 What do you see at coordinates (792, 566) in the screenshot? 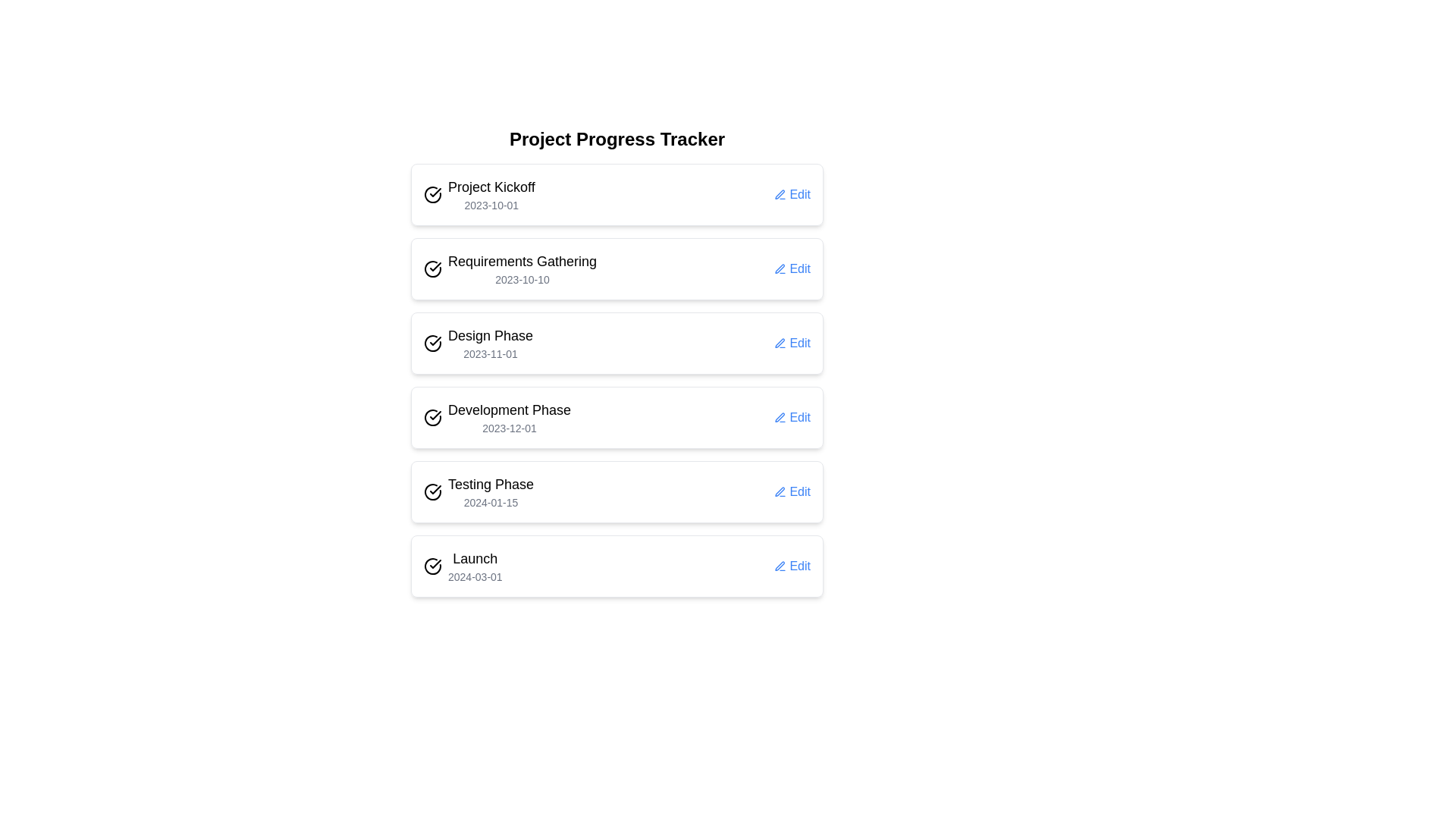
I see `the button with an icon and text that allows users to edit the associated content or configuration of the 'Launch' card located at the bottom of the 'Launch 2024-03-01' list` at bounding box center [792, 566].